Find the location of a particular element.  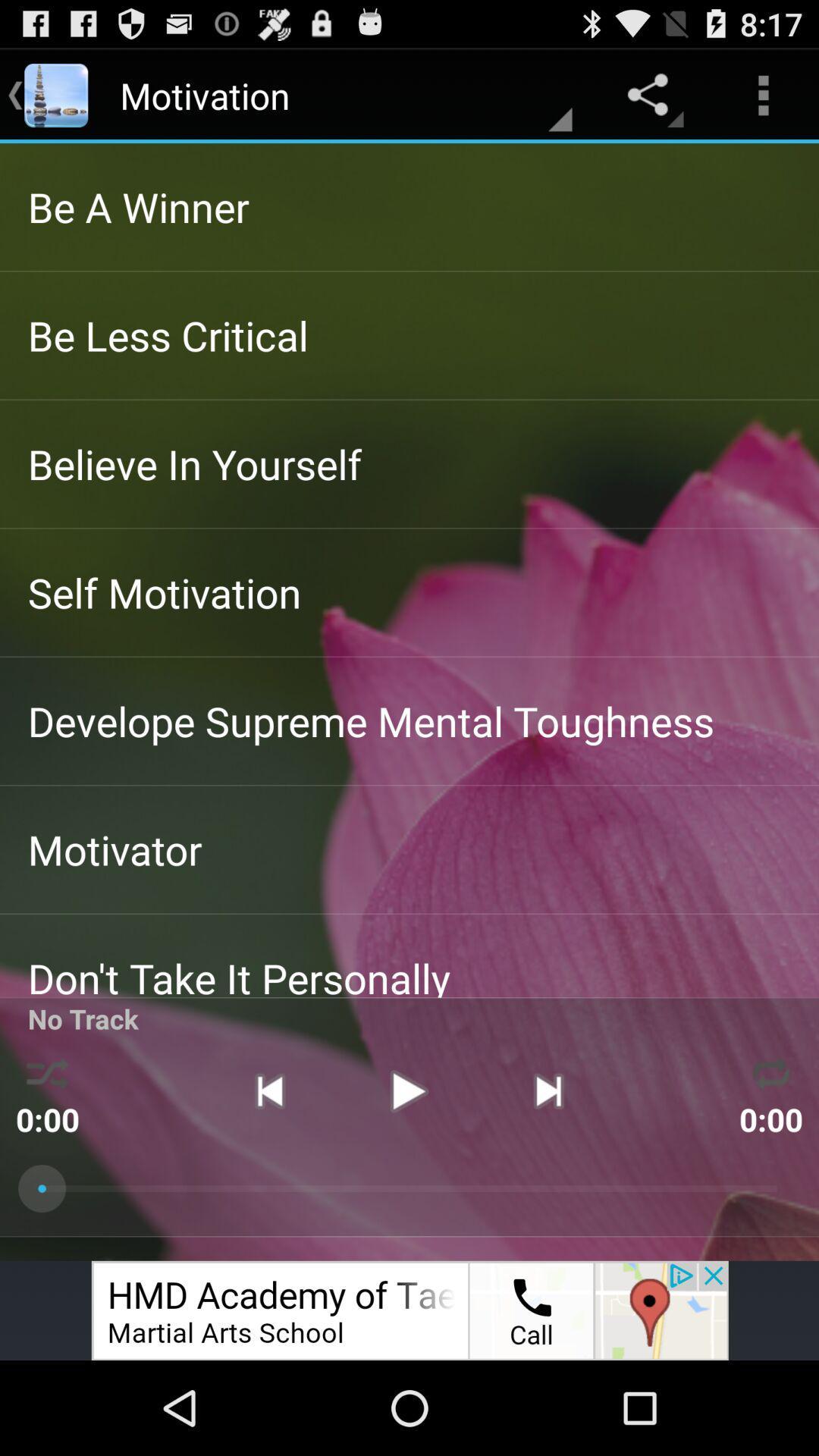

the play icon is located at coordinates (408, 1166).